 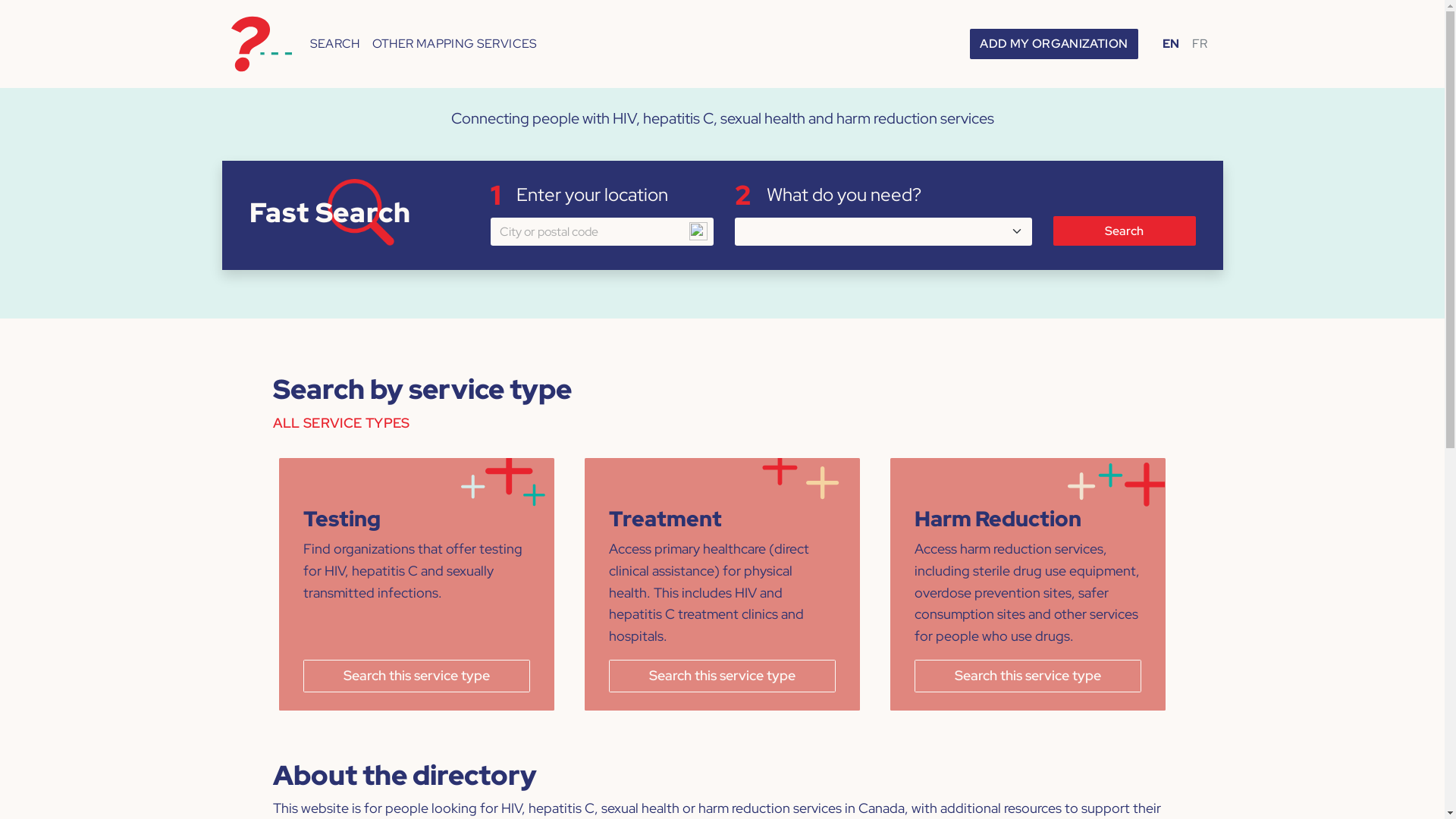 I want to click on 'Search this service type', so click(x=721, y=675).